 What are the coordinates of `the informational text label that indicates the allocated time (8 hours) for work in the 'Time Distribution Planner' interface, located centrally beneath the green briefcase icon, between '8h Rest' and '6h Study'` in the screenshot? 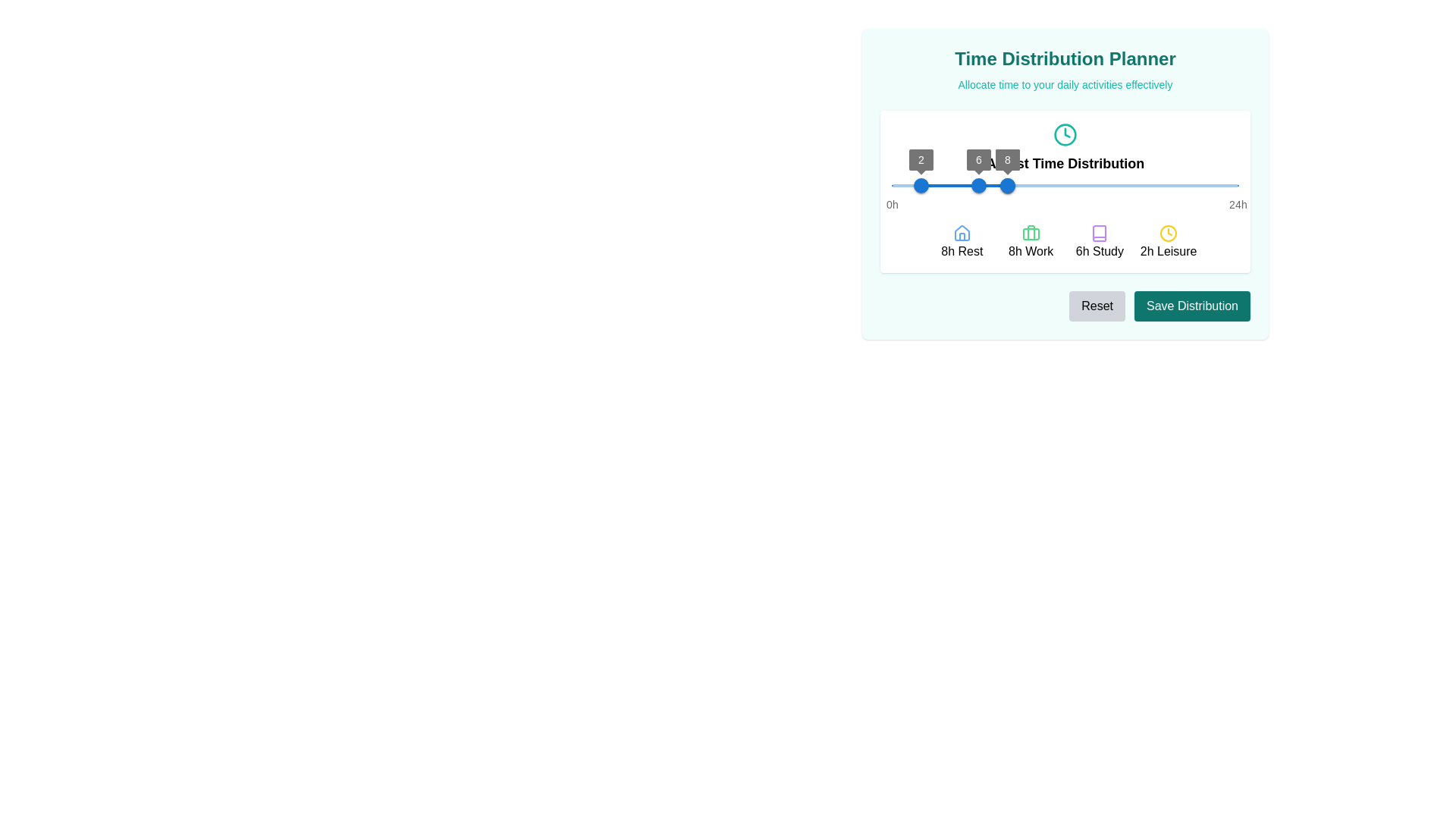 It's located at (1031, 250).